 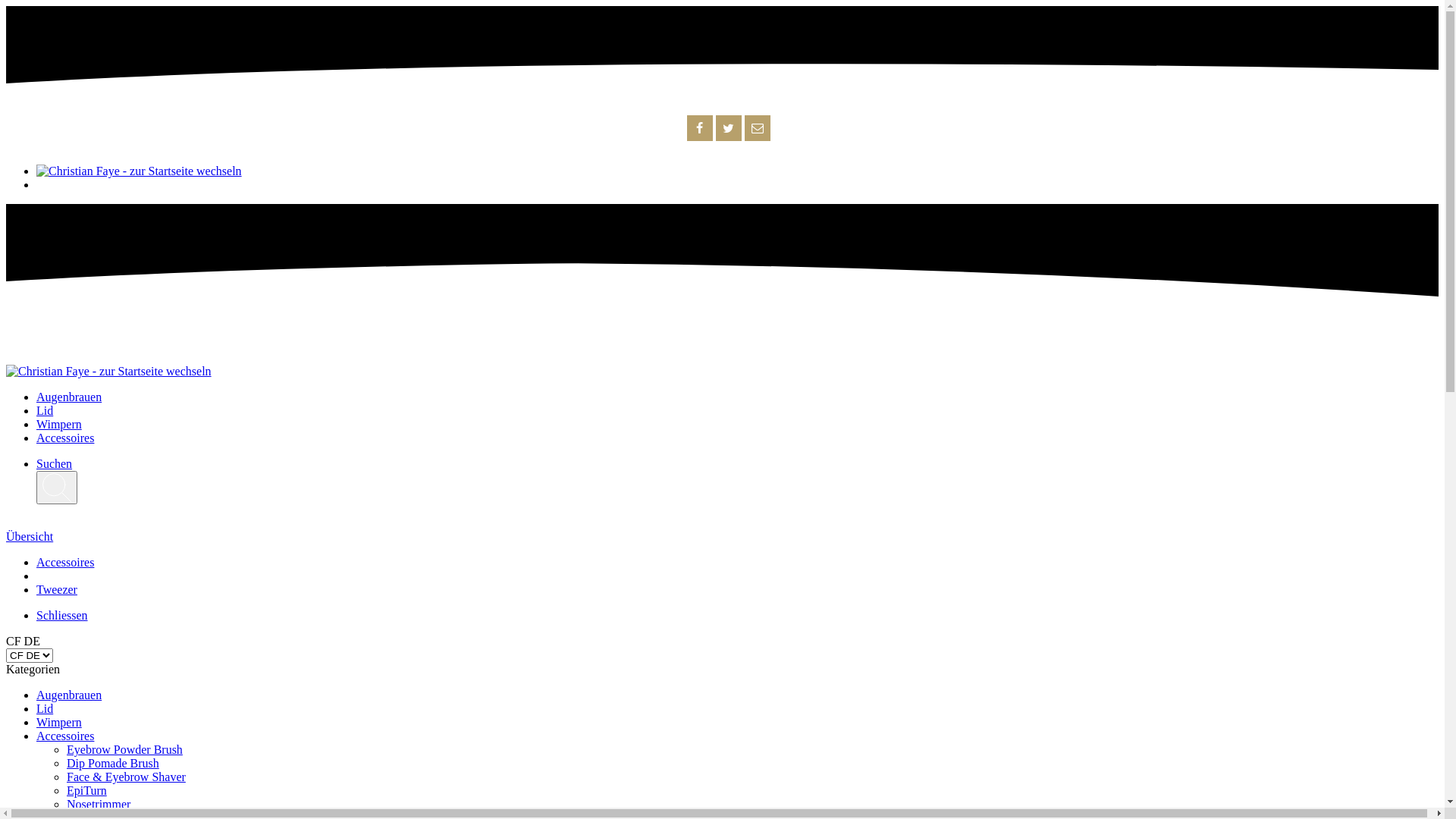 I want to click on 'Dip Pomade Brush', so click(x=65, y=763).